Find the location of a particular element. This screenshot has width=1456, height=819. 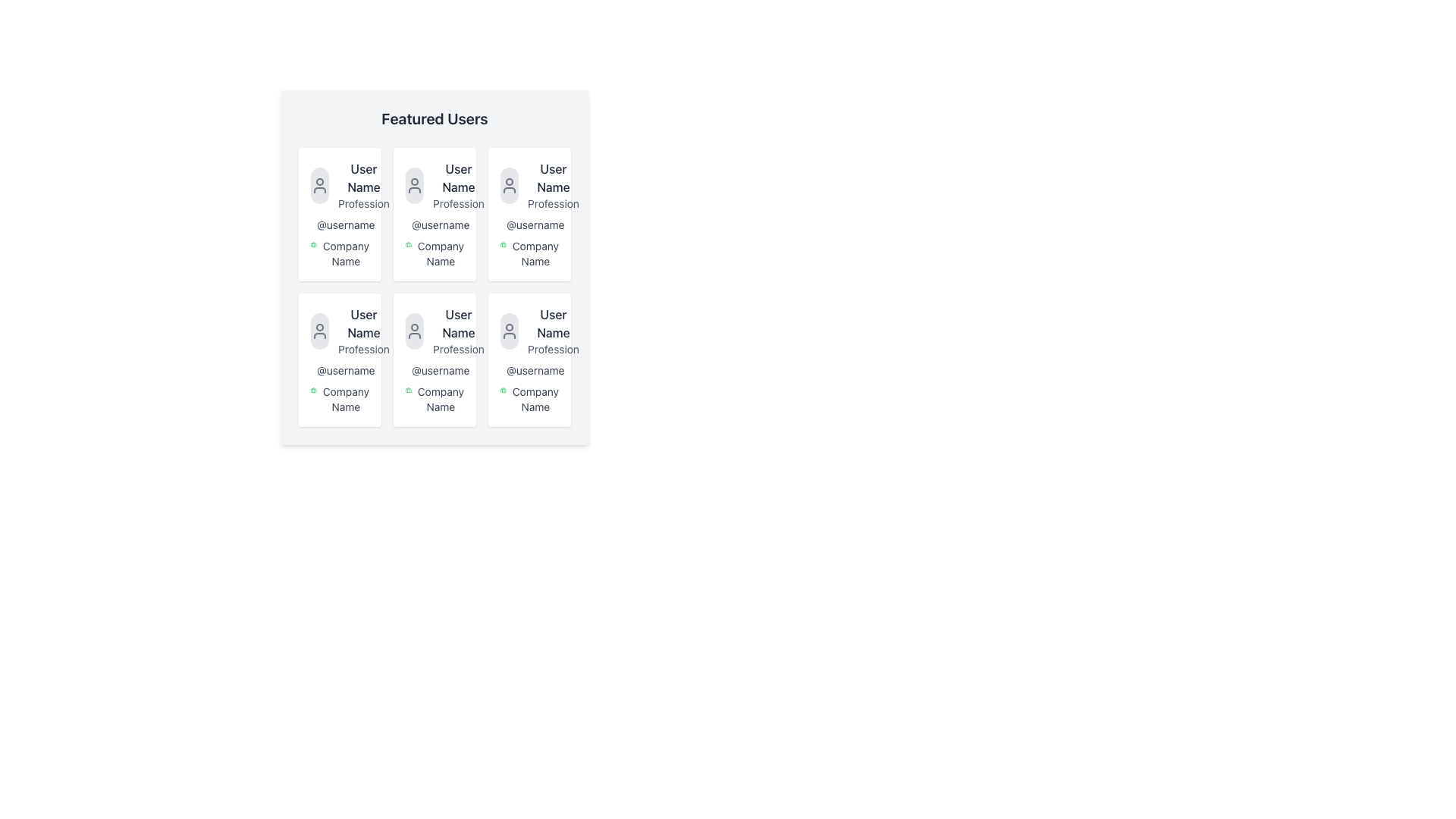

the text display element that shows the user's name and profession in the 'Featured Users' section, located in the second tile of the first row is located at coordinates (457, 185).